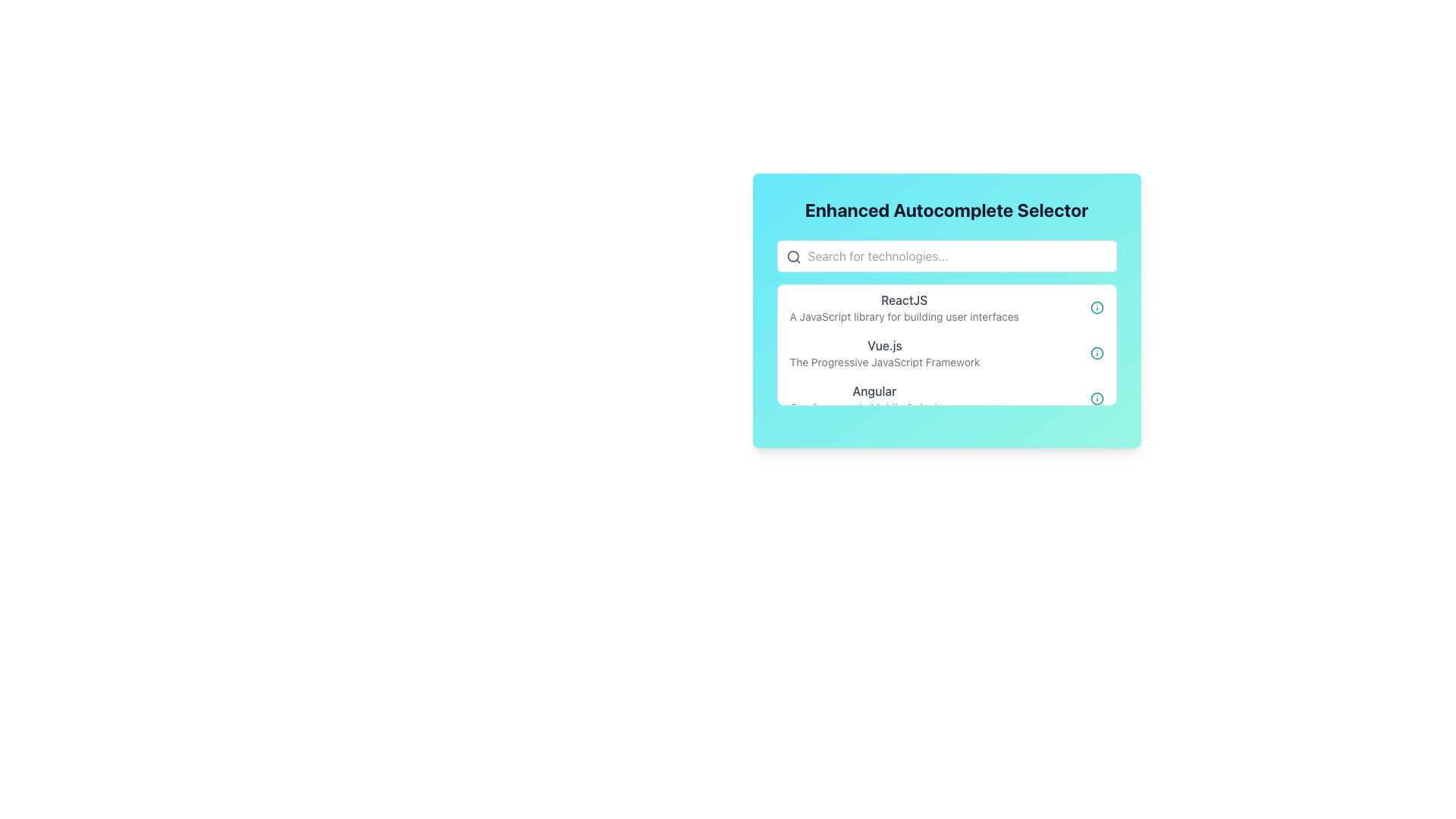  I want to click on the SVG circle element located in the bottom right corner of the card interface, which is part of an interactive icon, so click(1097, 444).